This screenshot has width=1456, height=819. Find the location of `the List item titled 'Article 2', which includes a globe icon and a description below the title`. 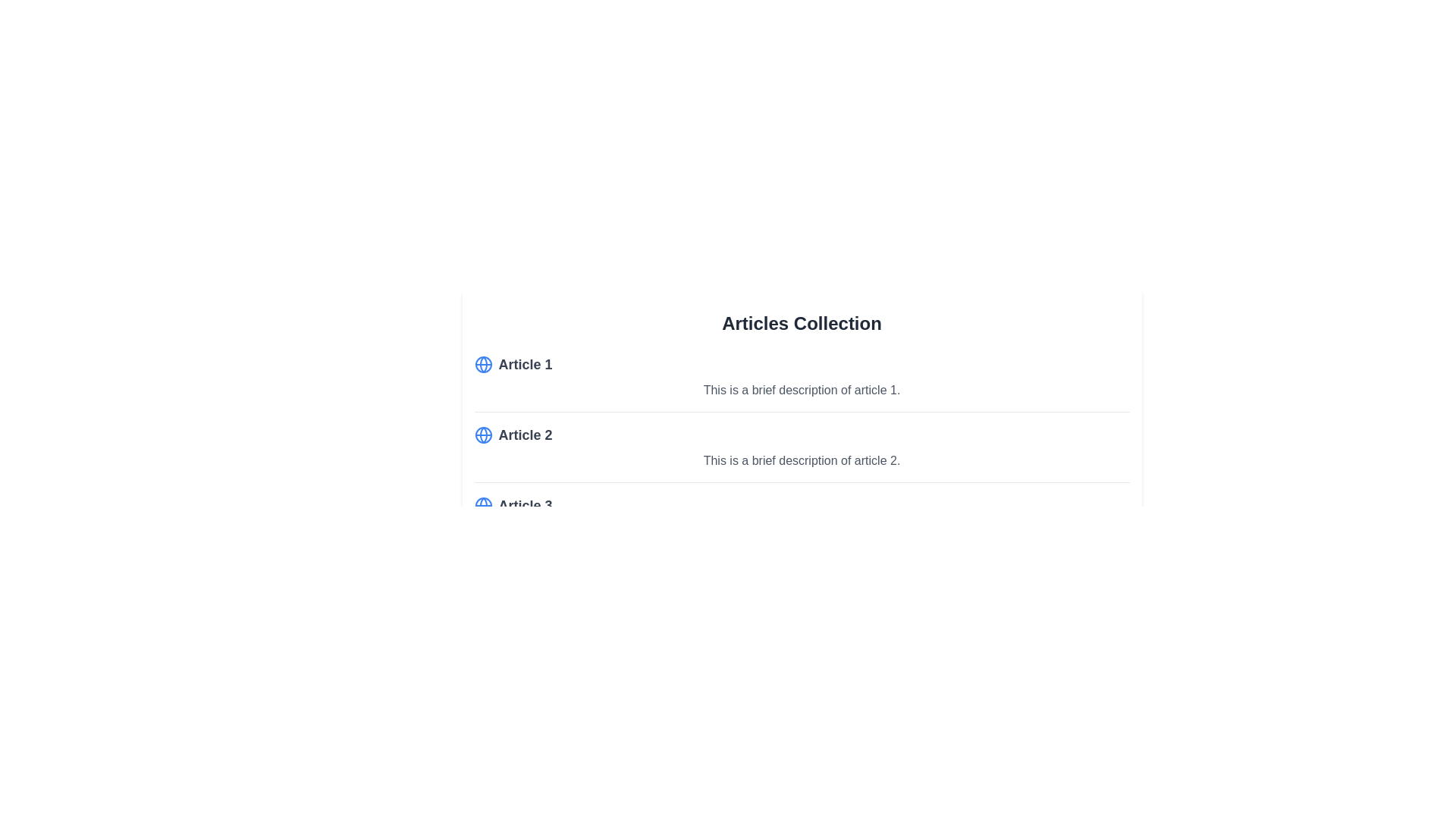

the List item titled 'Article 2', which includes a globe icon and a description below the title is located at coordinates (801, 453).